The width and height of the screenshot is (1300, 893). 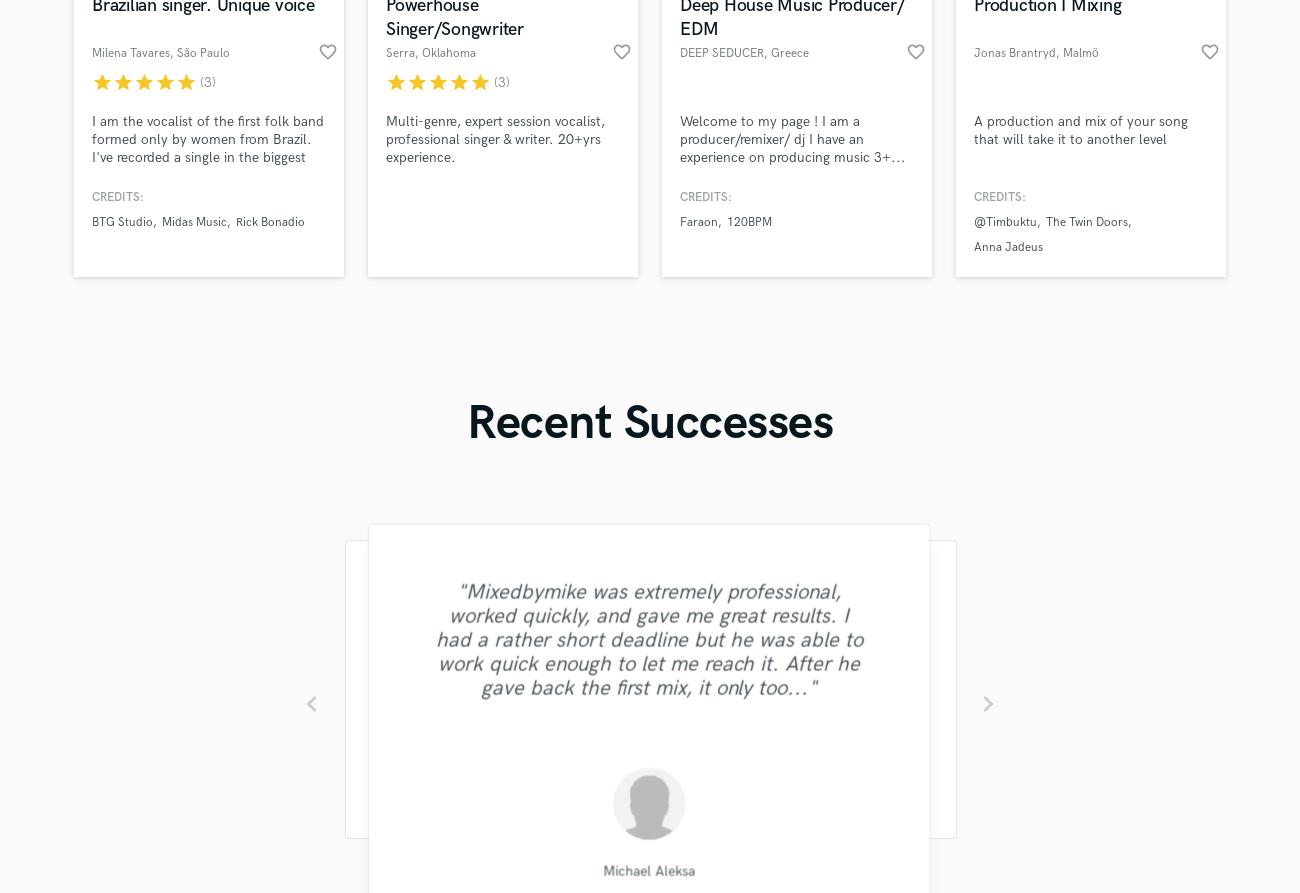 What do you see at coordinates (514, 445) in the screenshot?
I see `'Viola'` at bounding box center [514, 445].